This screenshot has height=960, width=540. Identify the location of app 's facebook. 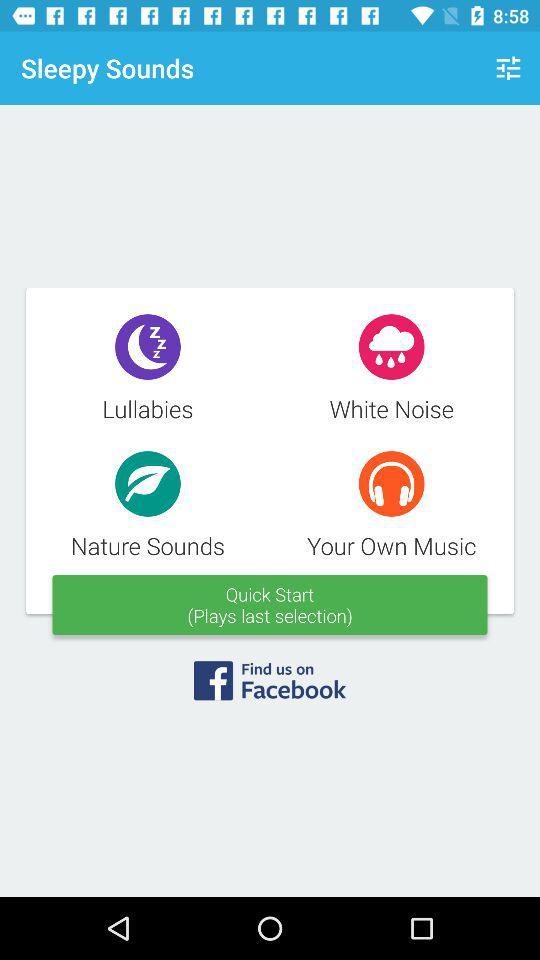
(270, 687).